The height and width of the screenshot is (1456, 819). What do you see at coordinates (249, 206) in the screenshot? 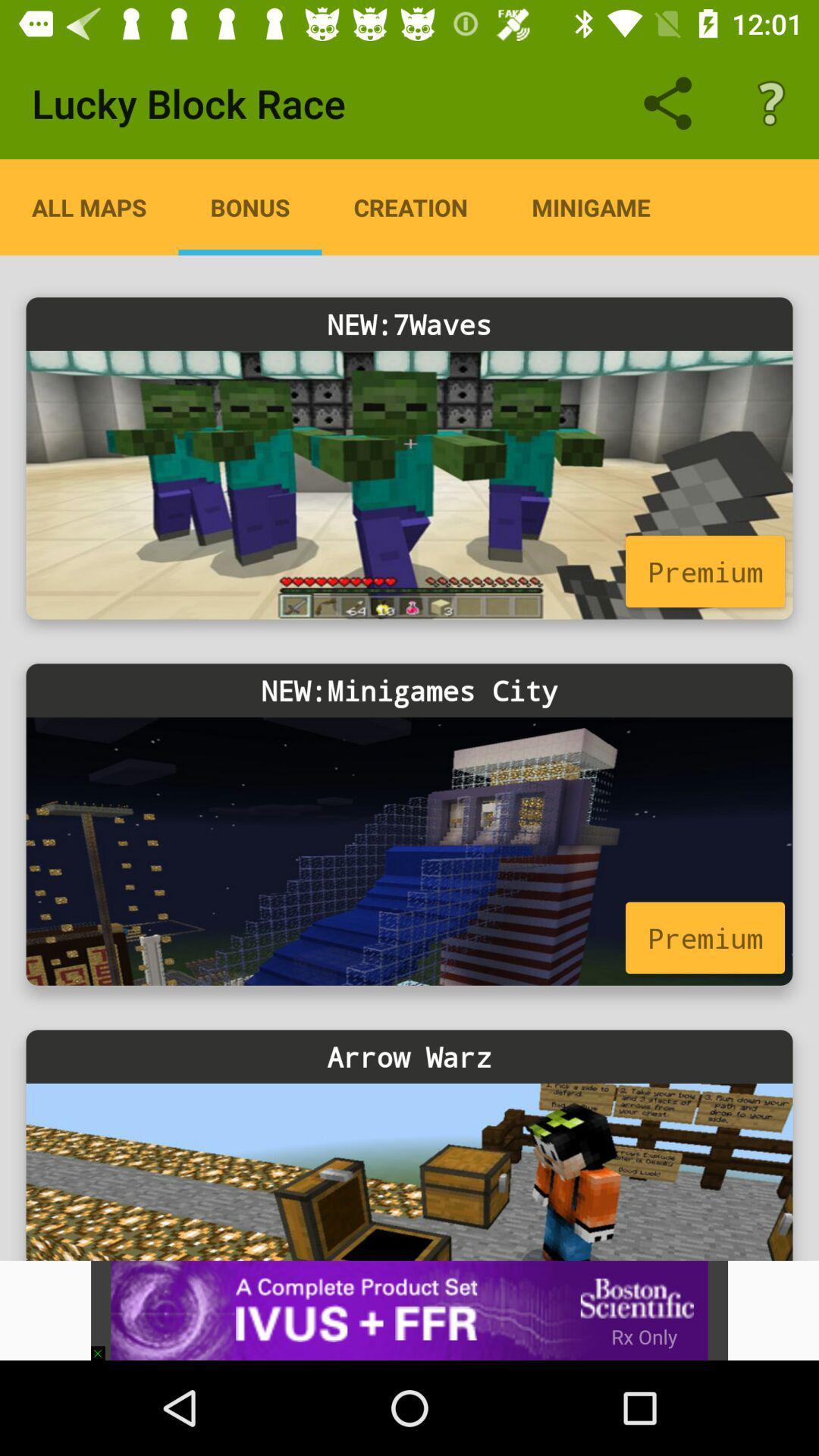
I see `the icon next to the creation icon` at bounding box center [249, 206].